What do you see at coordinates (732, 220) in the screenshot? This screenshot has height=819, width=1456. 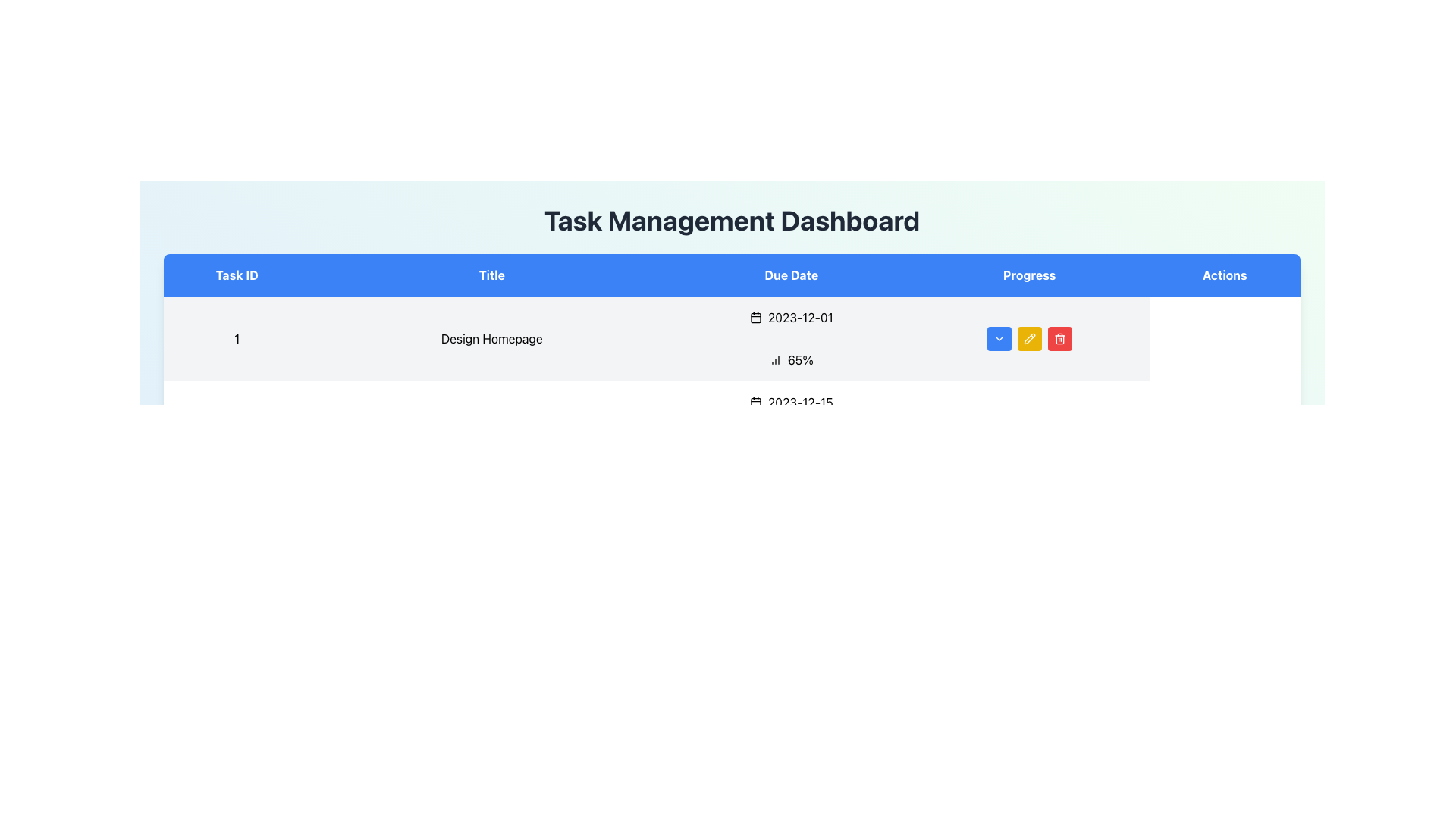 I see `the large, bold text element that reads 'Task Management Dashboard', which is located at the top center of the interface` at bounding box center [732, 220].